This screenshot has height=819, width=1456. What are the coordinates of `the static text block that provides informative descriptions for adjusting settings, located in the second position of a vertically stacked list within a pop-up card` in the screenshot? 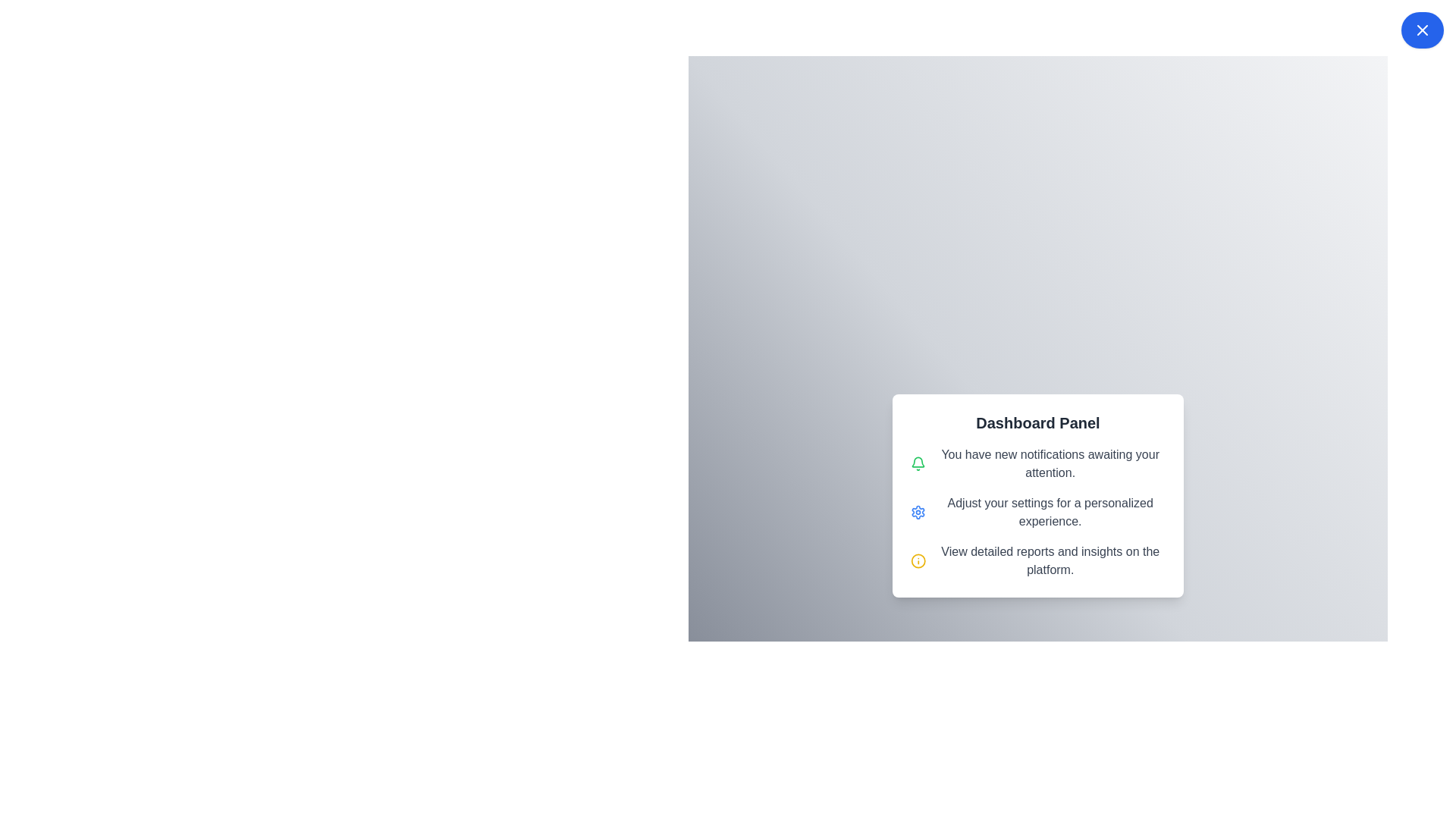 It's located at (1050, 512).